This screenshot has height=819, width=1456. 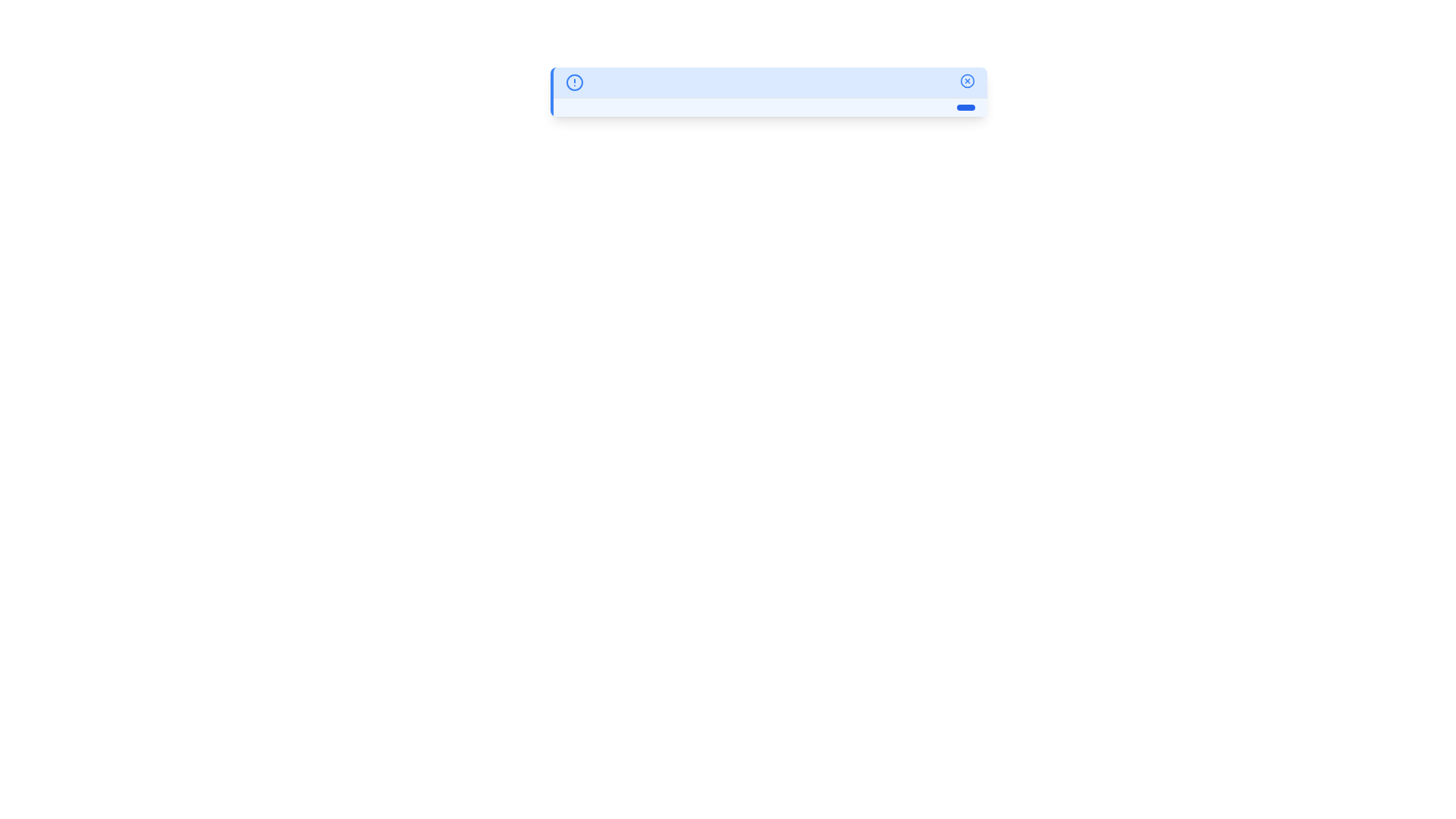 What do you see at coordinates (967, 81) in the screenshot?
I see `the blue-bordered circle element located at the center of the SVG graphic within the toolbar at the top right of the interface` at bounding box center [967, 81].